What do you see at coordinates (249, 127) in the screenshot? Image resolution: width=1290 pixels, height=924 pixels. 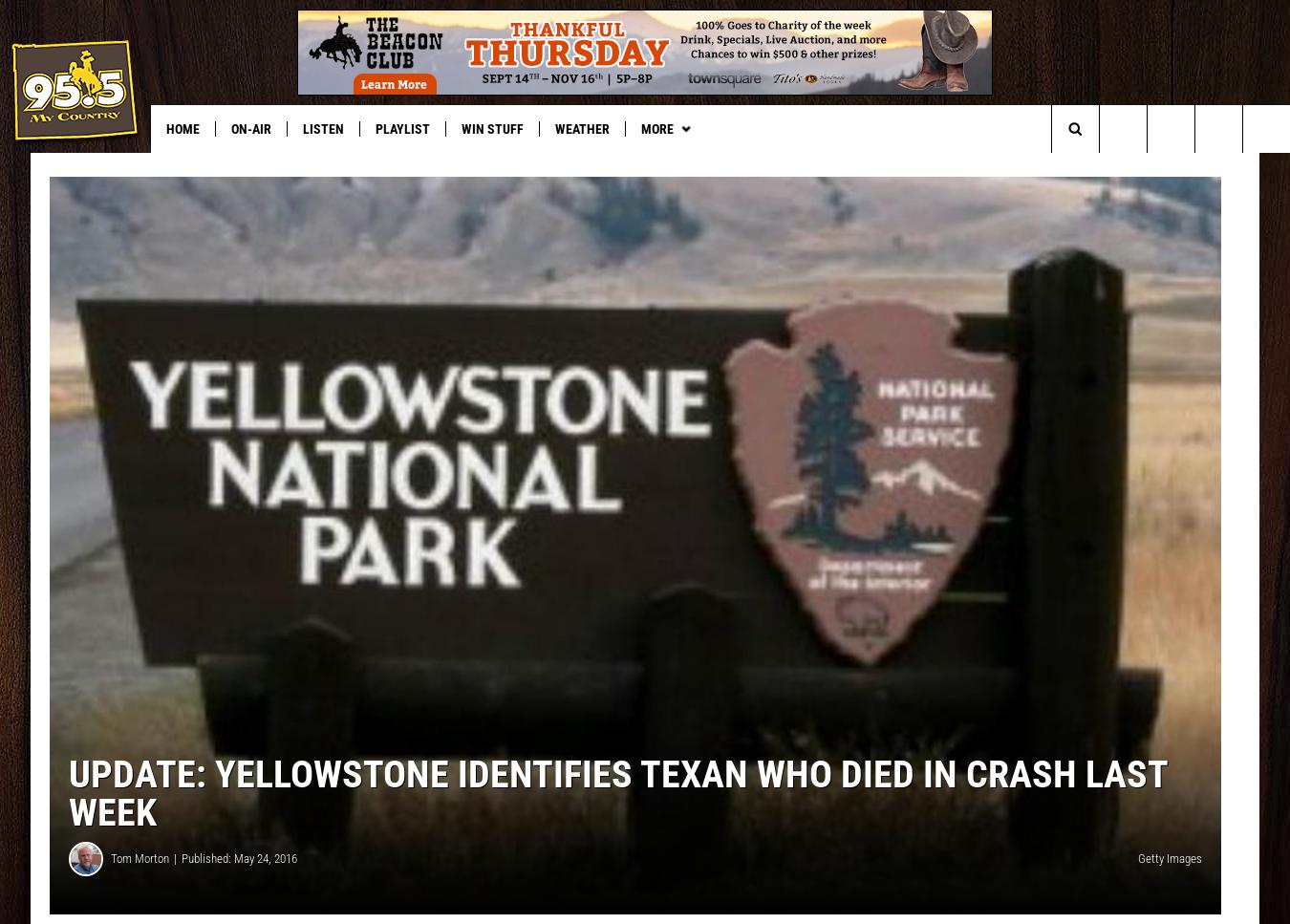 I see `'On-Air'` at bounding box center [249, 127].